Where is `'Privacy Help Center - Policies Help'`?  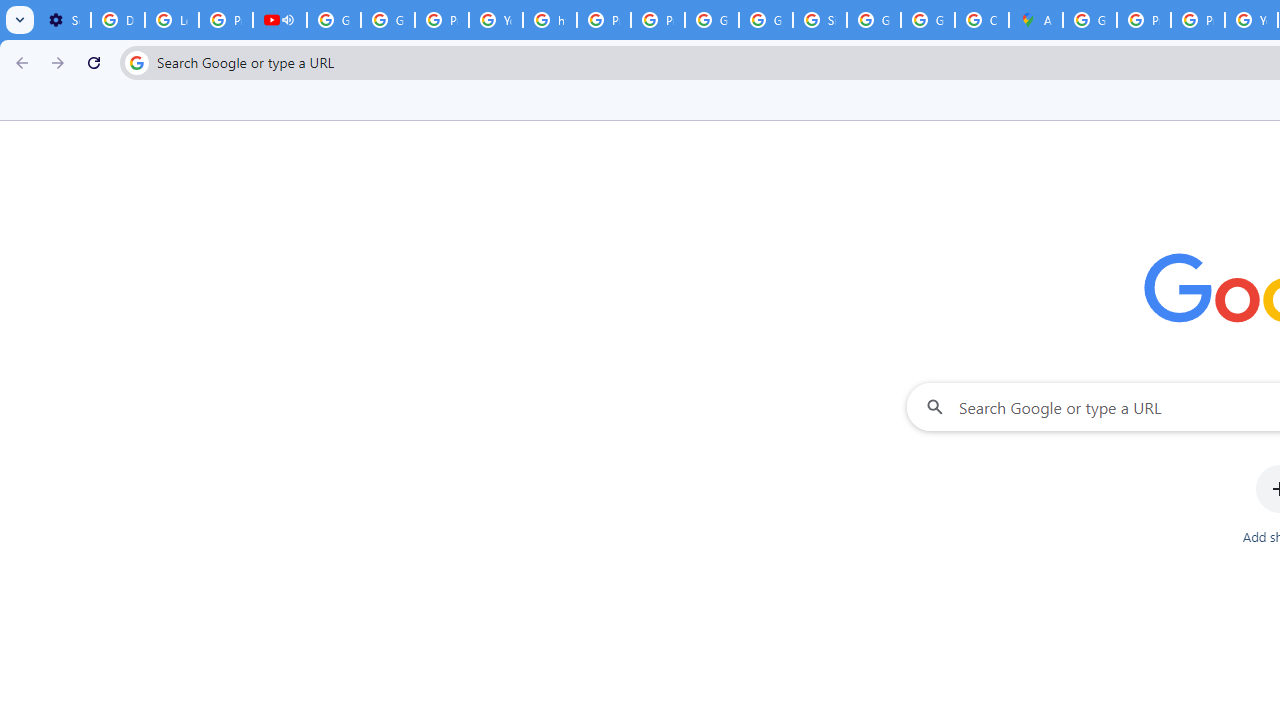
'Privacy Help Center - Policies Help' is located at coordinates (1198, 20).